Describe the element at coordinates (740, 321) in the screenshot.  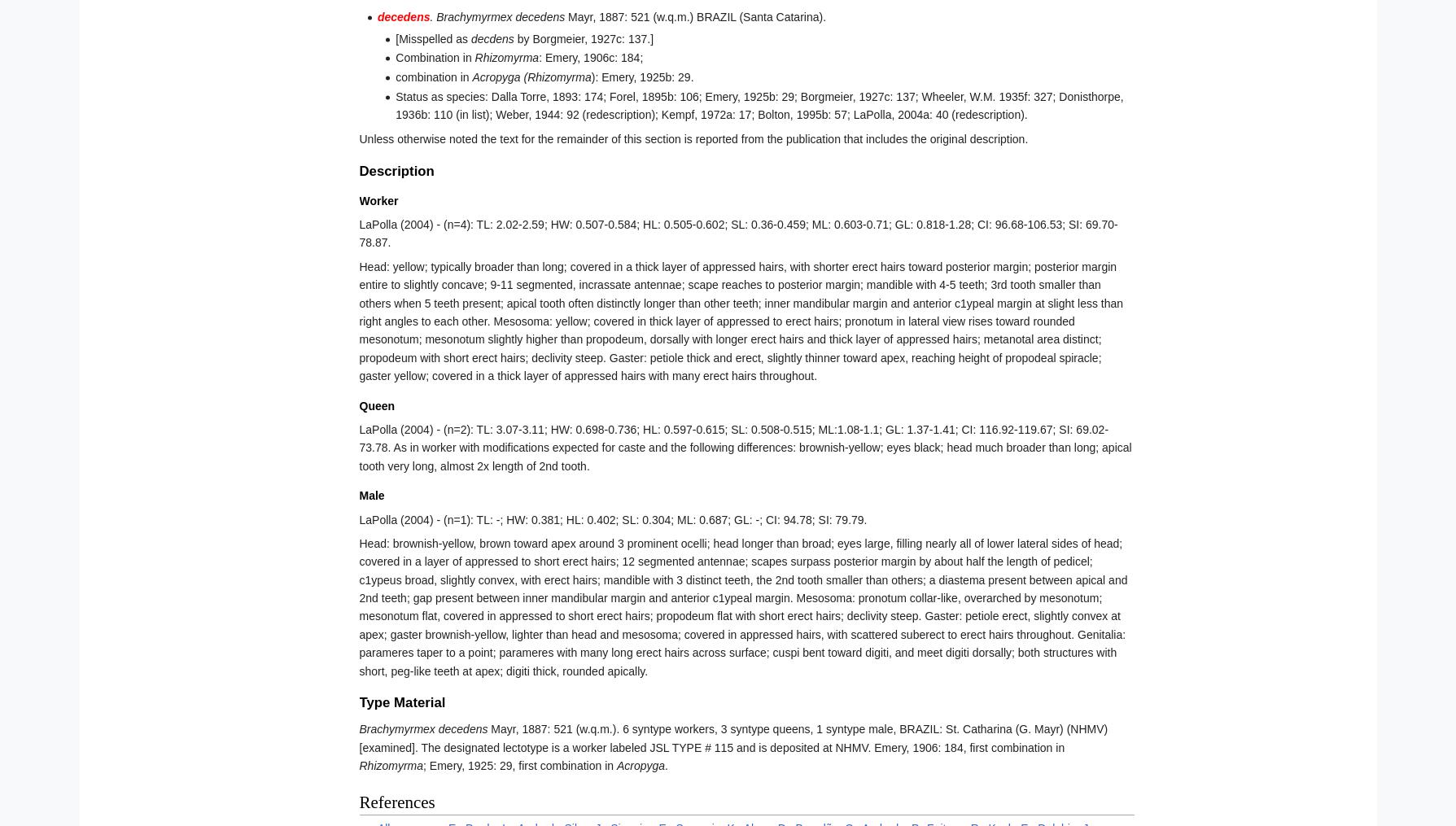
I see `'Head: yellow; typically broader than long; covered in a thick layer of appressed hairs, with shorter erect hairs toward posterior margin; posterior margin entire to slightly concave; 9-11 segmented, incrassate antennae; scape reaches to posterior margin; mandible with 4-5 teeth; 3rd tooth smaller than others when 5 teeth present; apical tooth often distinctly longer than other teeth; inner mandibular margin and anterior c1ypeal margin at slight less than right angles to each other. Mesosoma: yellow; covered in thick layer of appressed to erect hairs; pronotum in lateral view rises toward rounded mesonotum; mesonotum slightly higher than propodeum, dorsally with longer erect hairs and thick layer of appressed hairs; metanotal area distinct; propodeum with short erect hairs; declivity steep. Gaster: petiole thick and erect, slightly thinner toward apex, reaching height of propodeal spiracle; gaster yellow; covered in a thick layer of appressed hairs with many erect hairs throughout.'` at that location.